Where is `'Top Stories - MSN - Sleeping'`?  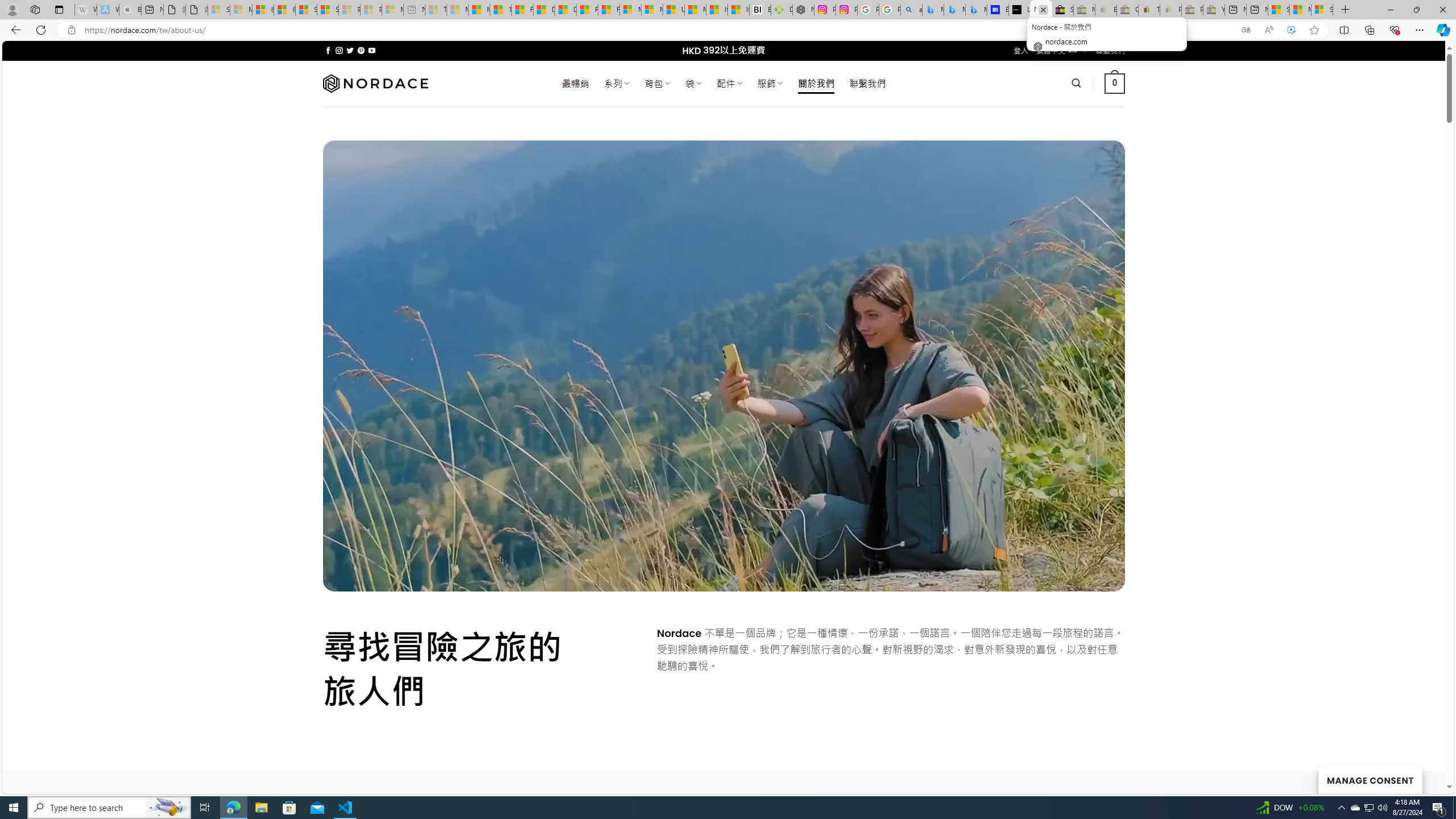 'Top Stories - MSN - Sleeping' is located at coordinates (436, 9).